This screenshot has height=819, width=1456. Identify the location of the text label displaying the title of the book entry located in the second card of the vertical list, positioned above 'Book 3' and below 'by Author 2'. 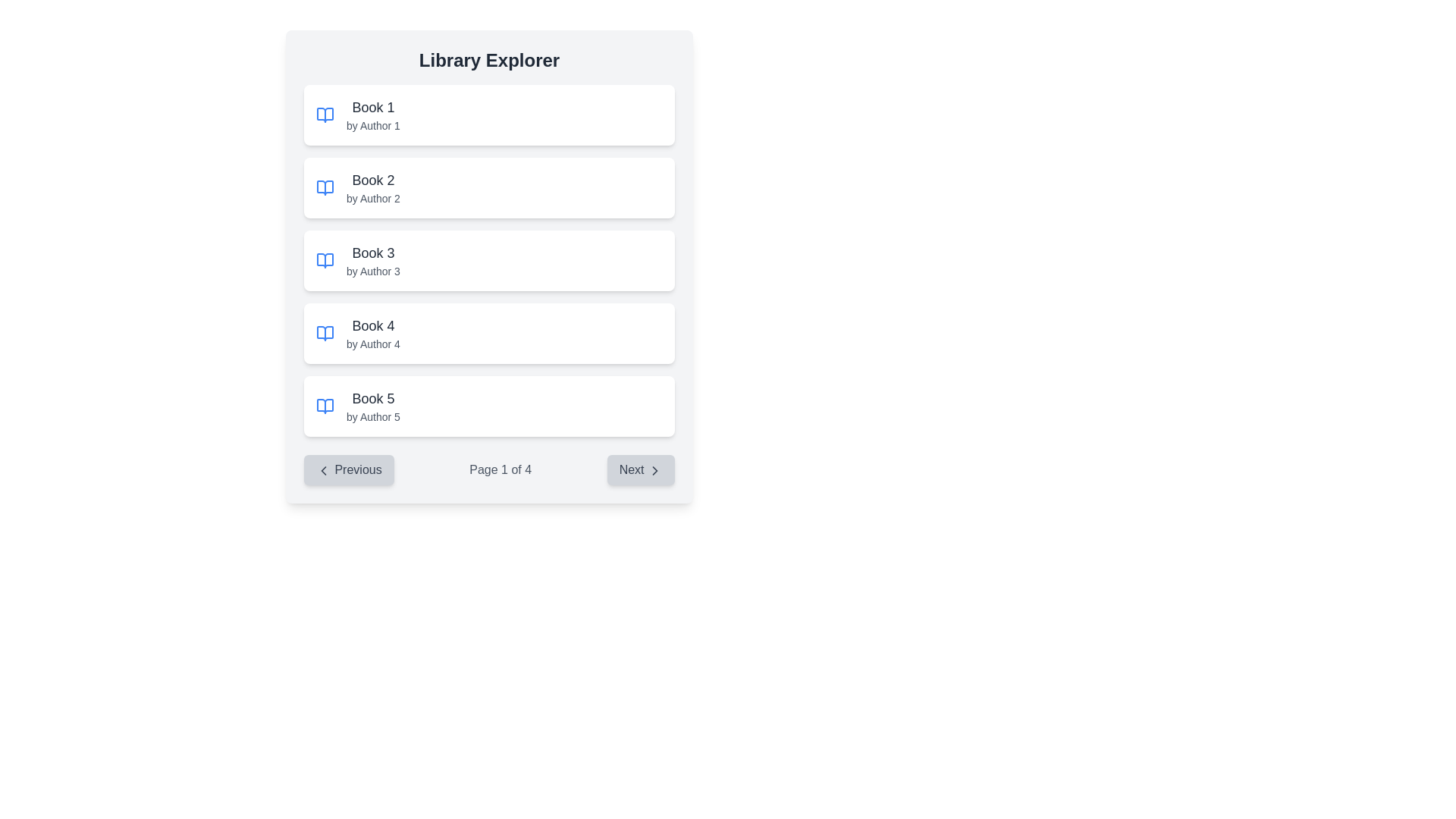
(373, 180).